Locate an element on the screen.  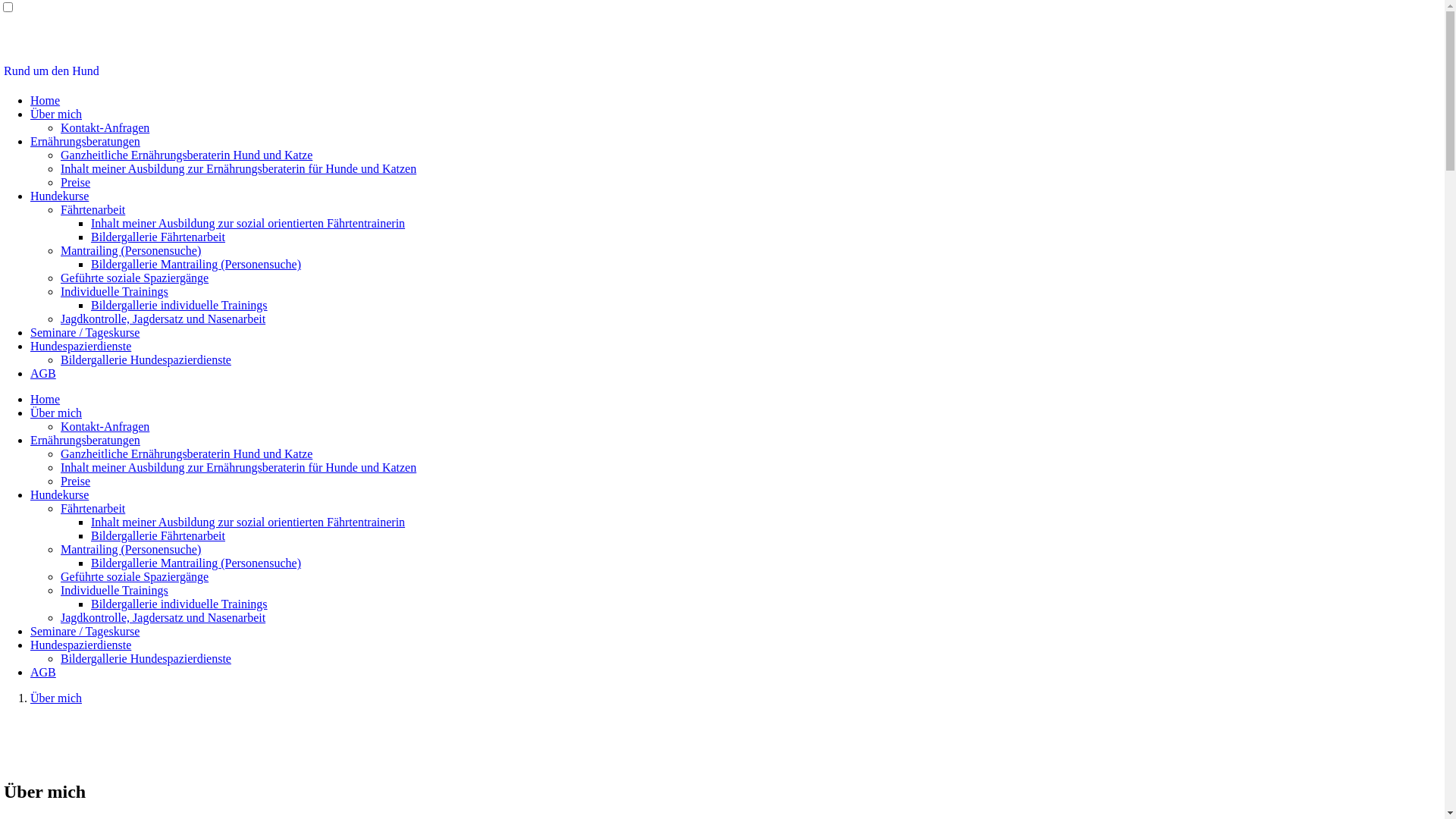
'Bildergallerie Mantrailing (Personensuche)' is located at coordinates (195, 563).